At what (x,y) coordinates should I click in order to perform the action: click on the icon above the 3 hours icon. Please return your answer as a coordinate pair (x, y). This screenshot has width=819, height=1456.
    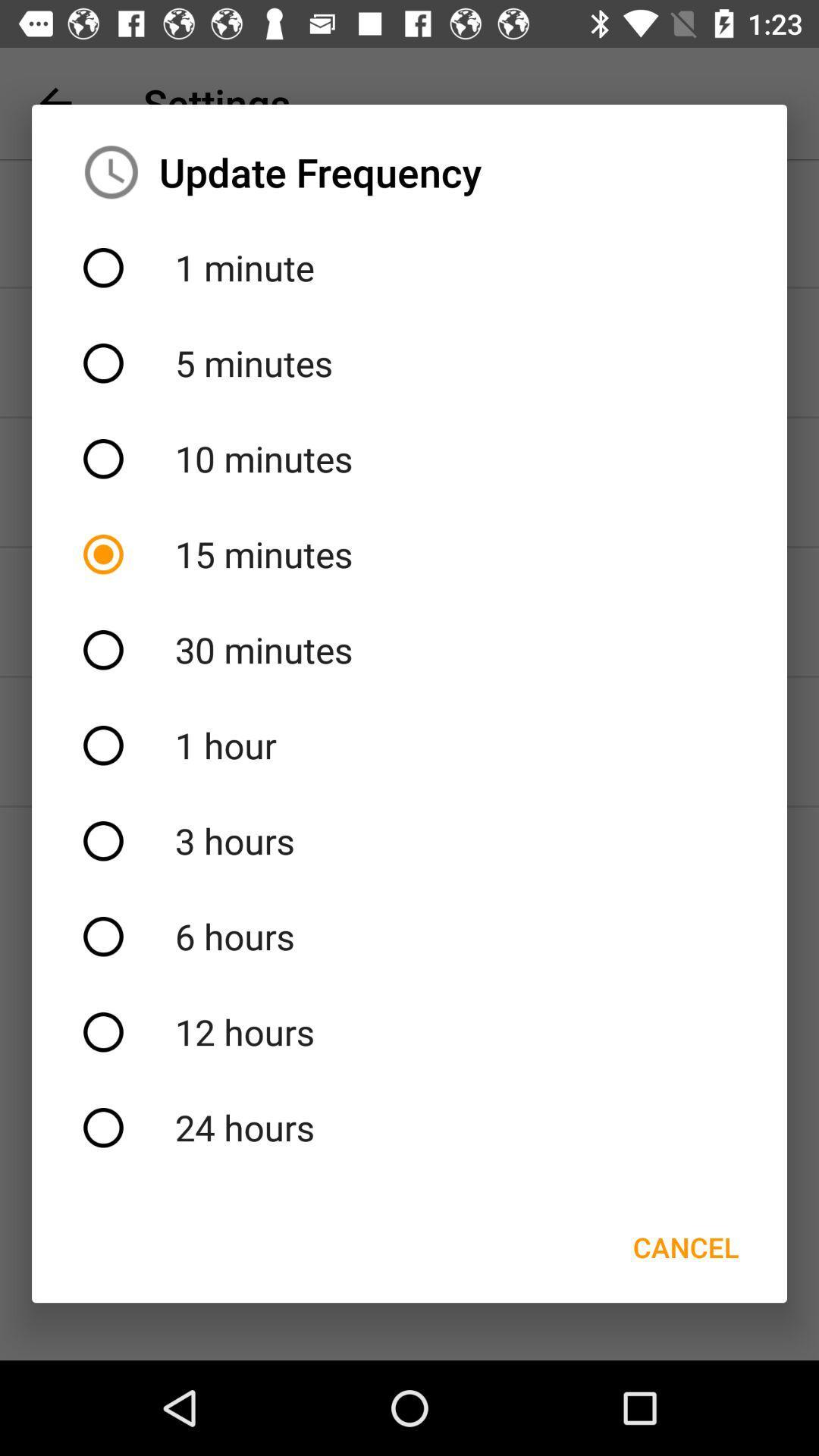
    Looking at the image, I should click on (409, 745).